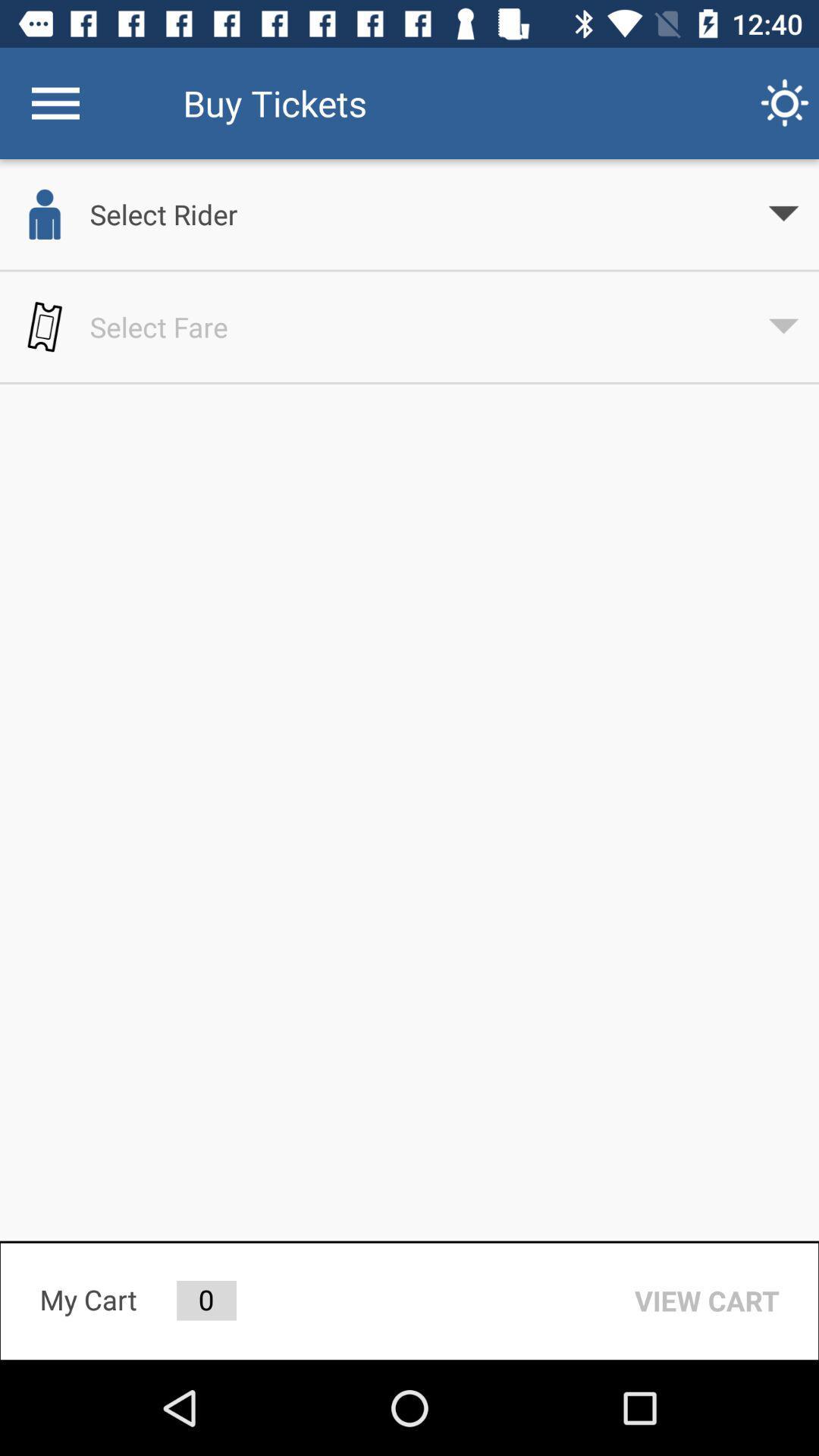  What do you see at coordinates (707, 1300) in the screenshot?
I see `the icon next to the 0 item` at bounding box center [707, 1300].